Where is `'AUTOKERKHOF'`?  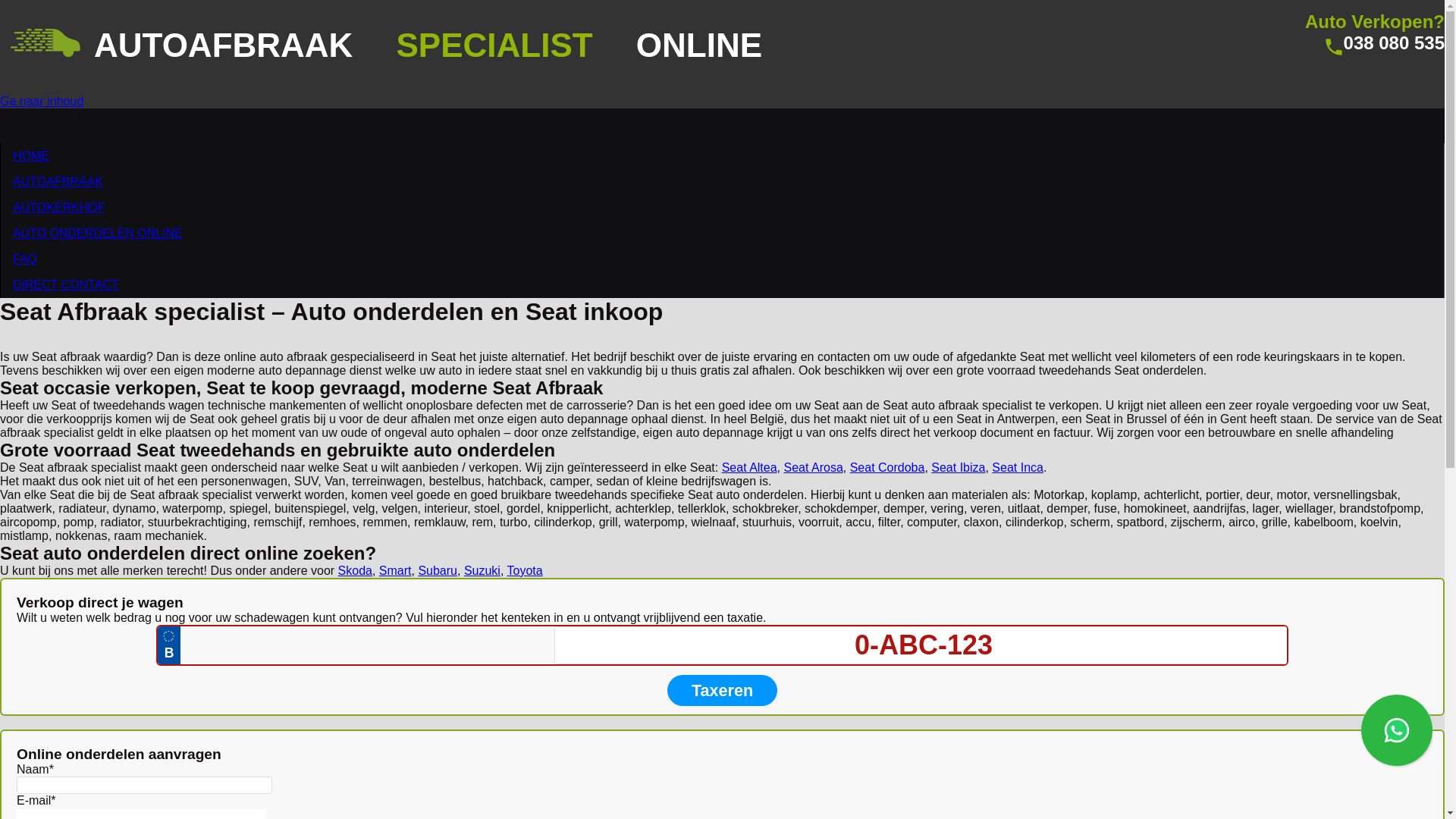
'AUTOKERKHOF' is located at coordinates (58, 207).